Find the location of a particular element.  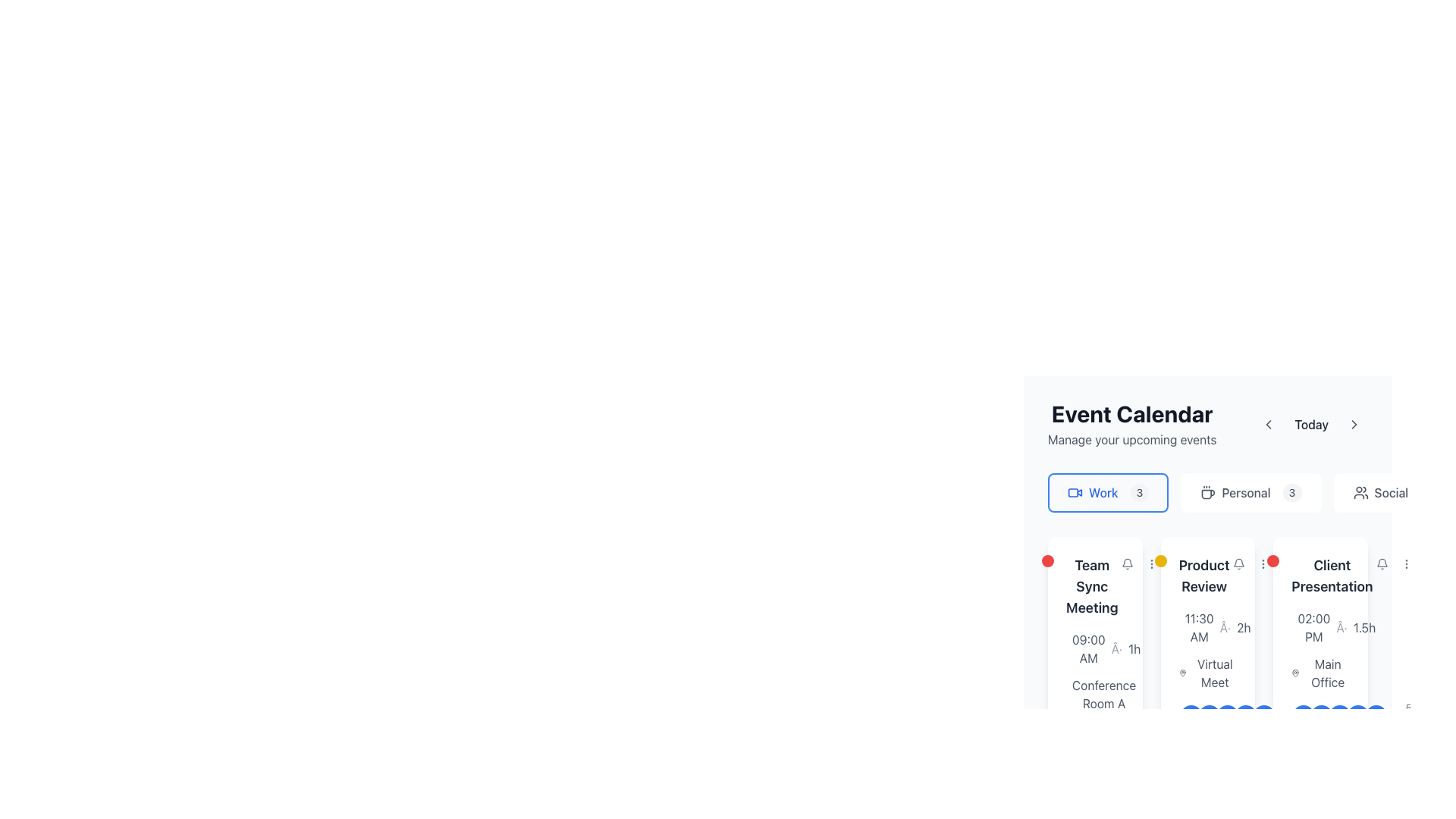

the notification button located in the top-right corner of the 'Client Presentation' card is located at coordinates (1382, 564).